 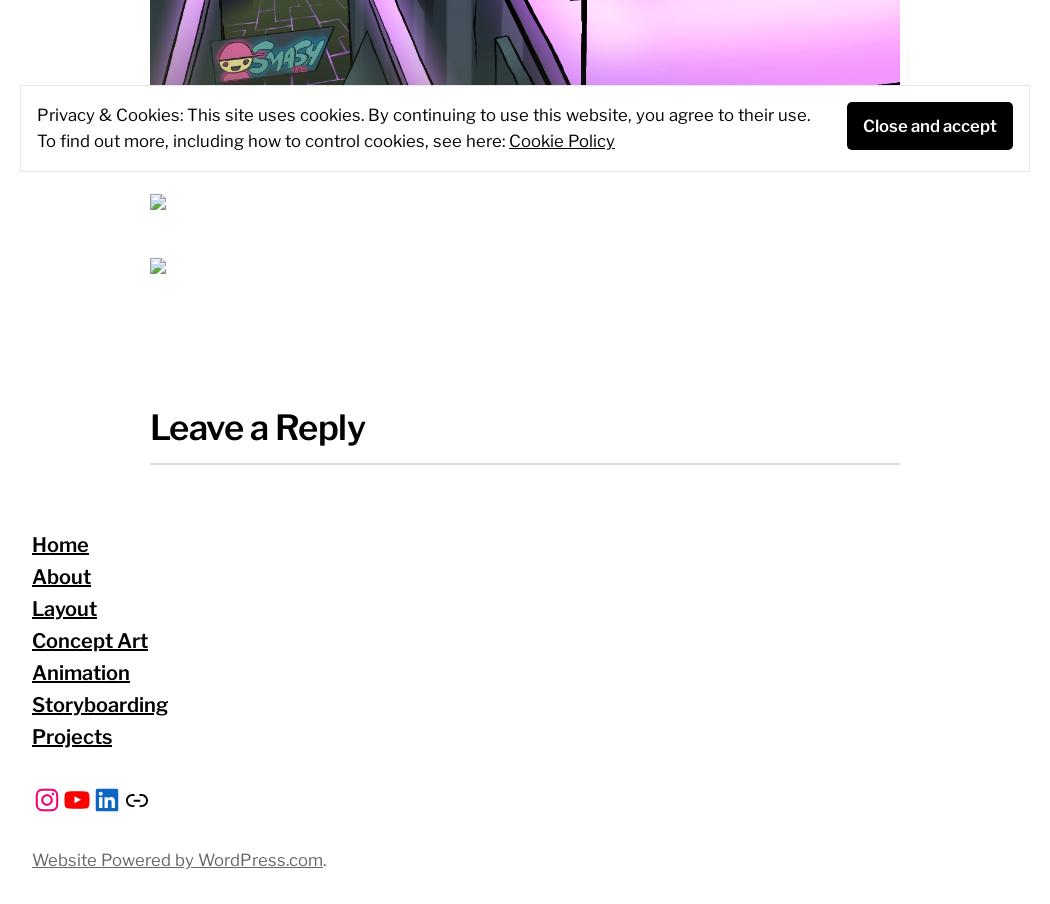 What do you see at coordinates (60, 576) in the screenshot?
I see `'About'` at bounding box center [60, 576].